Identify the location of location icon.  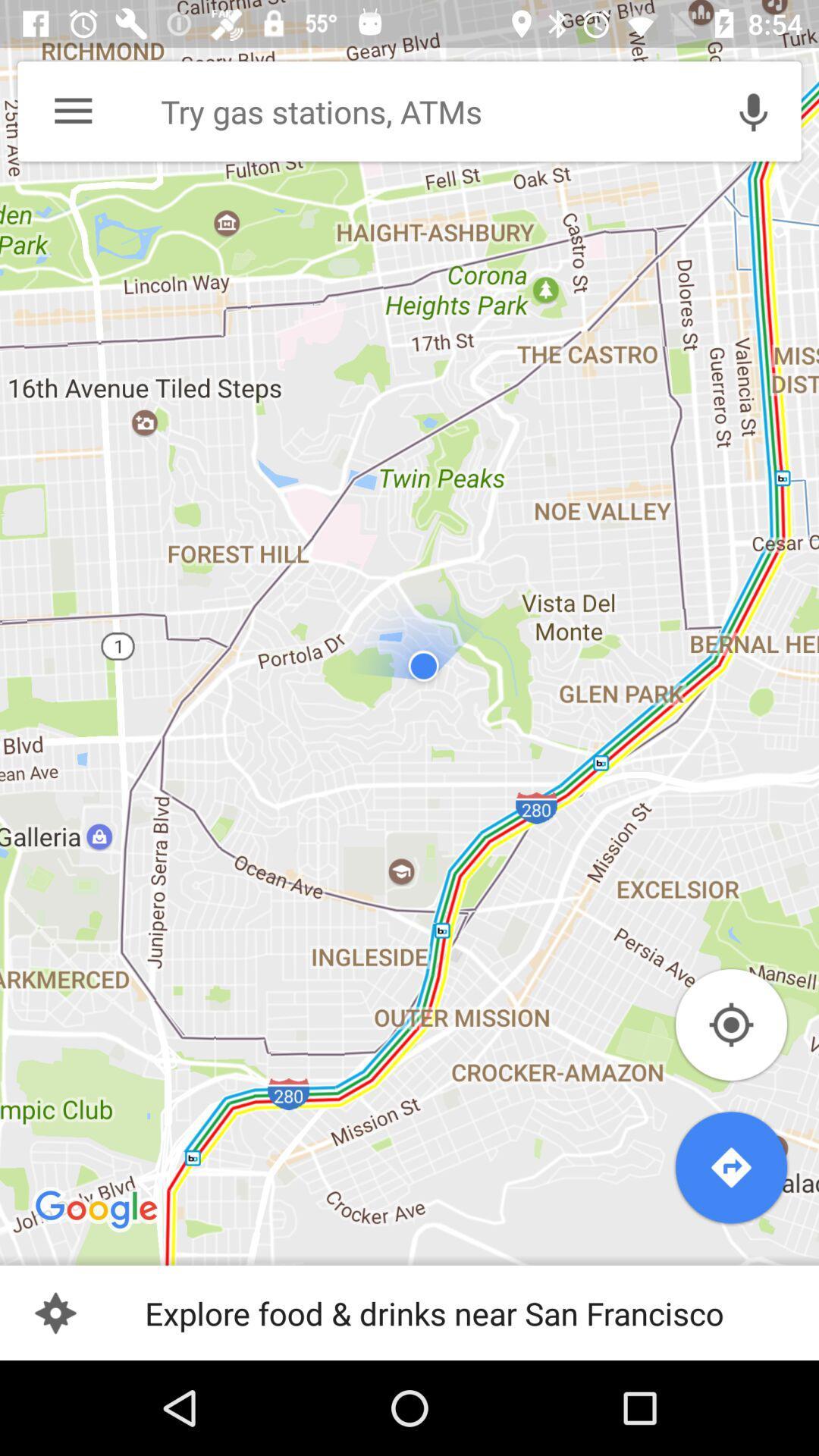
(730, 1025).